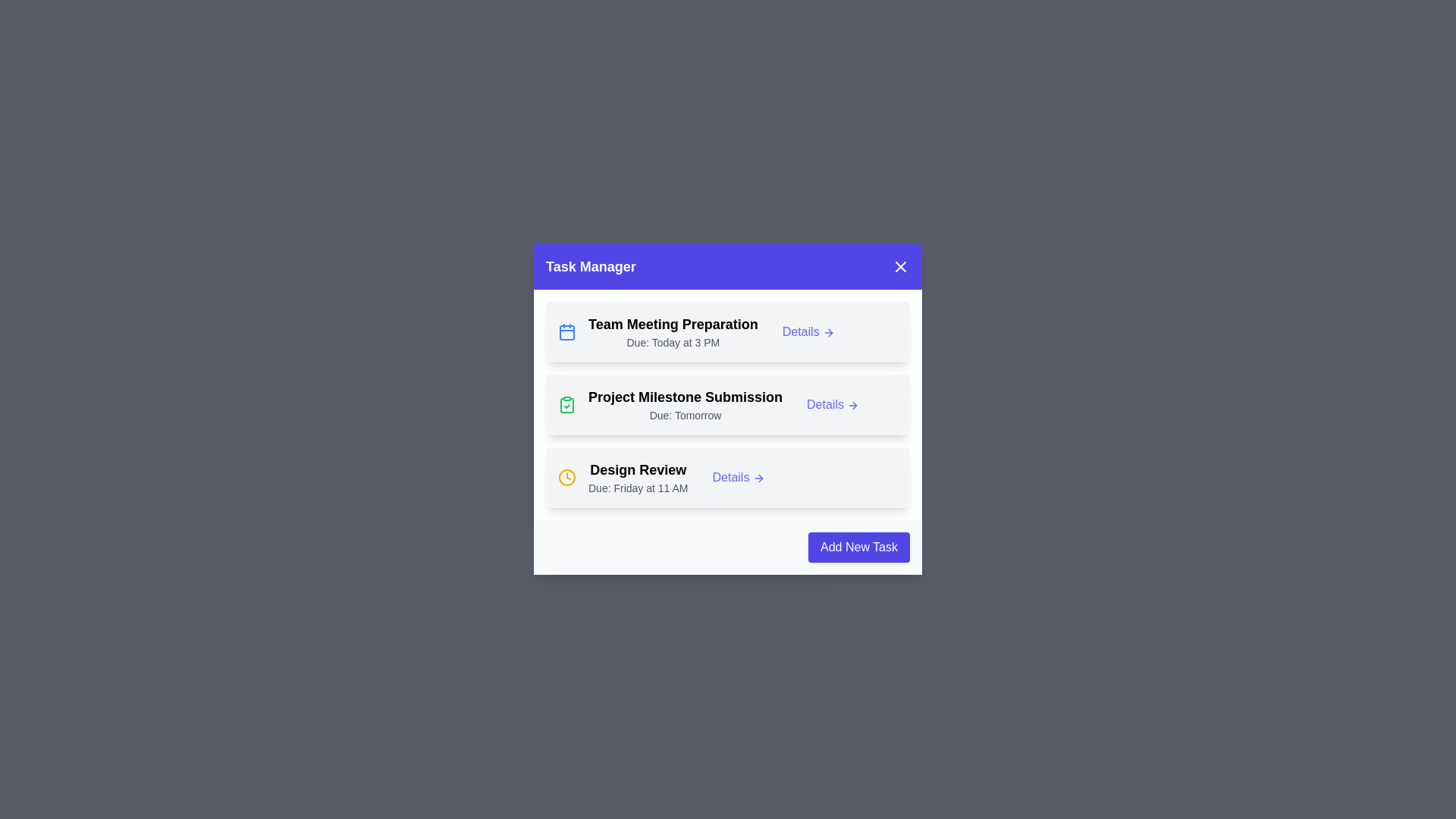  I want to click on the navigation icon located to the right of the 'Details' label in the second row of the list, so click(853, 404).